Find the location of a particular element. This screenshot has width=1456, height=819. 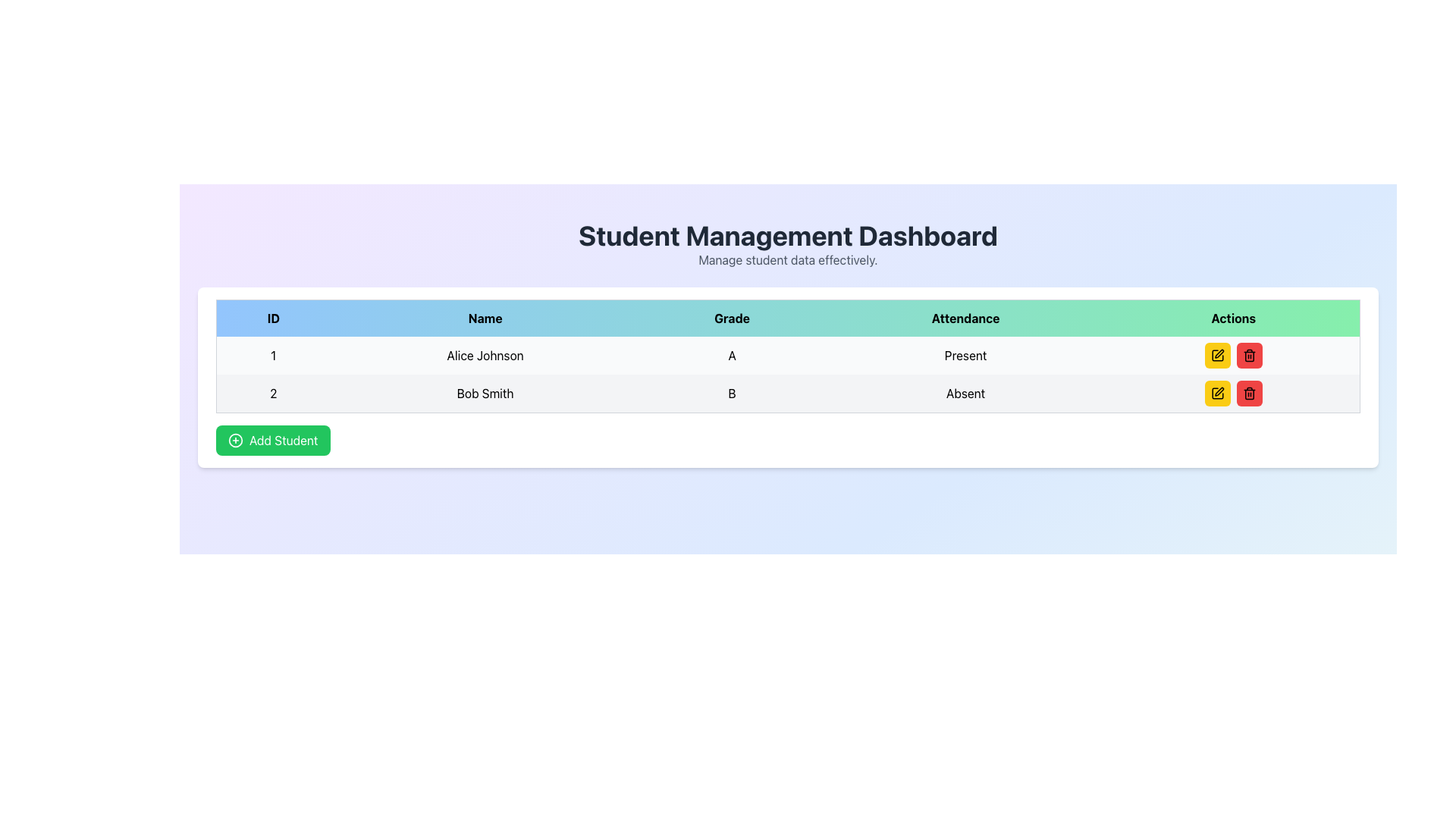

the pen-shaped icon button with a yellow background in the second row of the 'Actions' column to initiate the edit action for 'Bob Smith' is located at coordinates (1219, 391).